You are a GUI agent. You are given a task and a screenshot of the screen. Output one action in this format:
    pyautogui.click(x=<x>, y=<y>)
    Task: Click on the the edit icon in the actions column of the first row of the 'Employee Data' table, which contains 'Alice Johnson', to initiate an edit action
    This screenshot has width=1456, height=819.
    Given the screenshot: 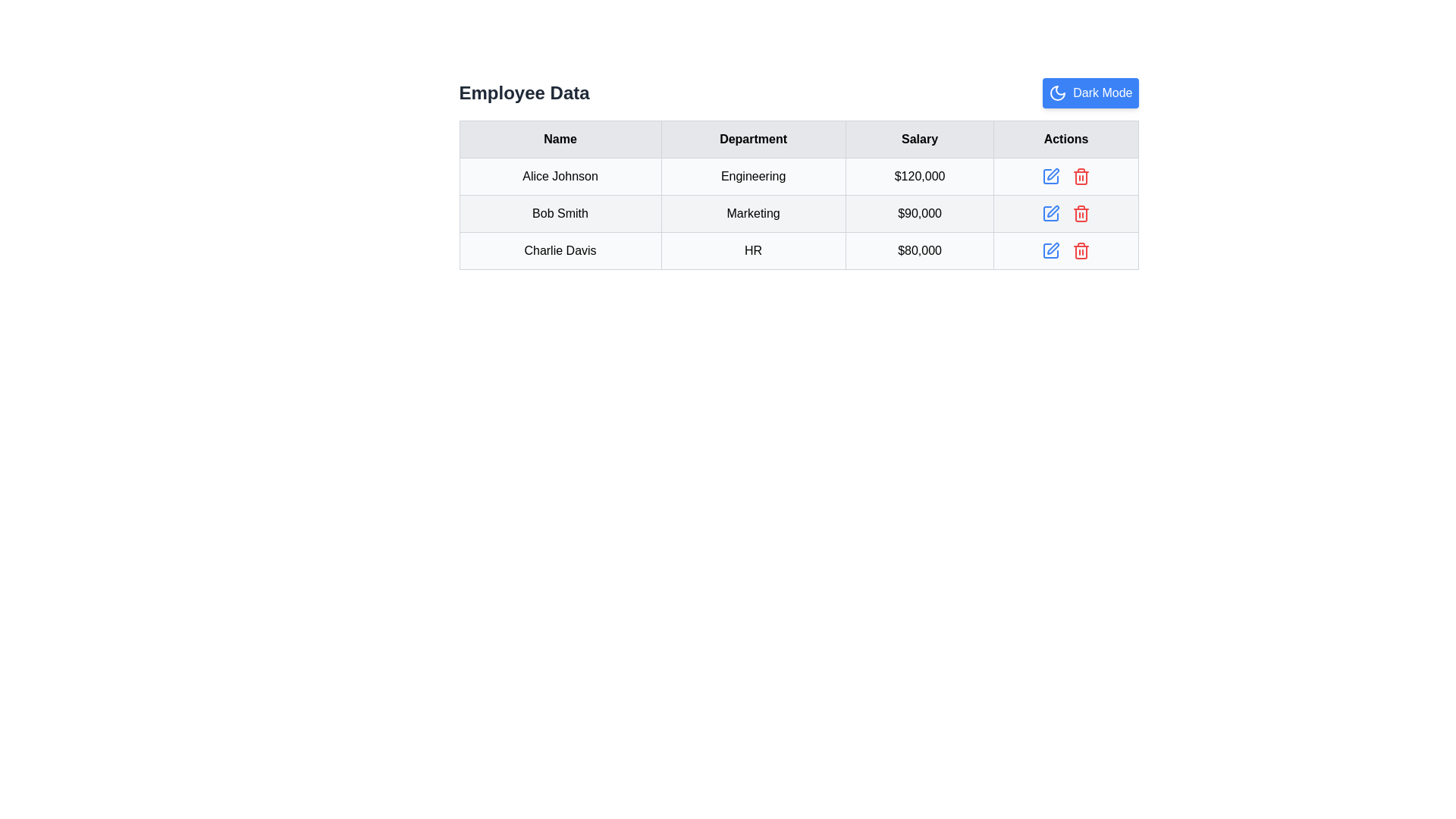 What is the action you would take?
    pyautogui.click(x=1050, y=175)
    